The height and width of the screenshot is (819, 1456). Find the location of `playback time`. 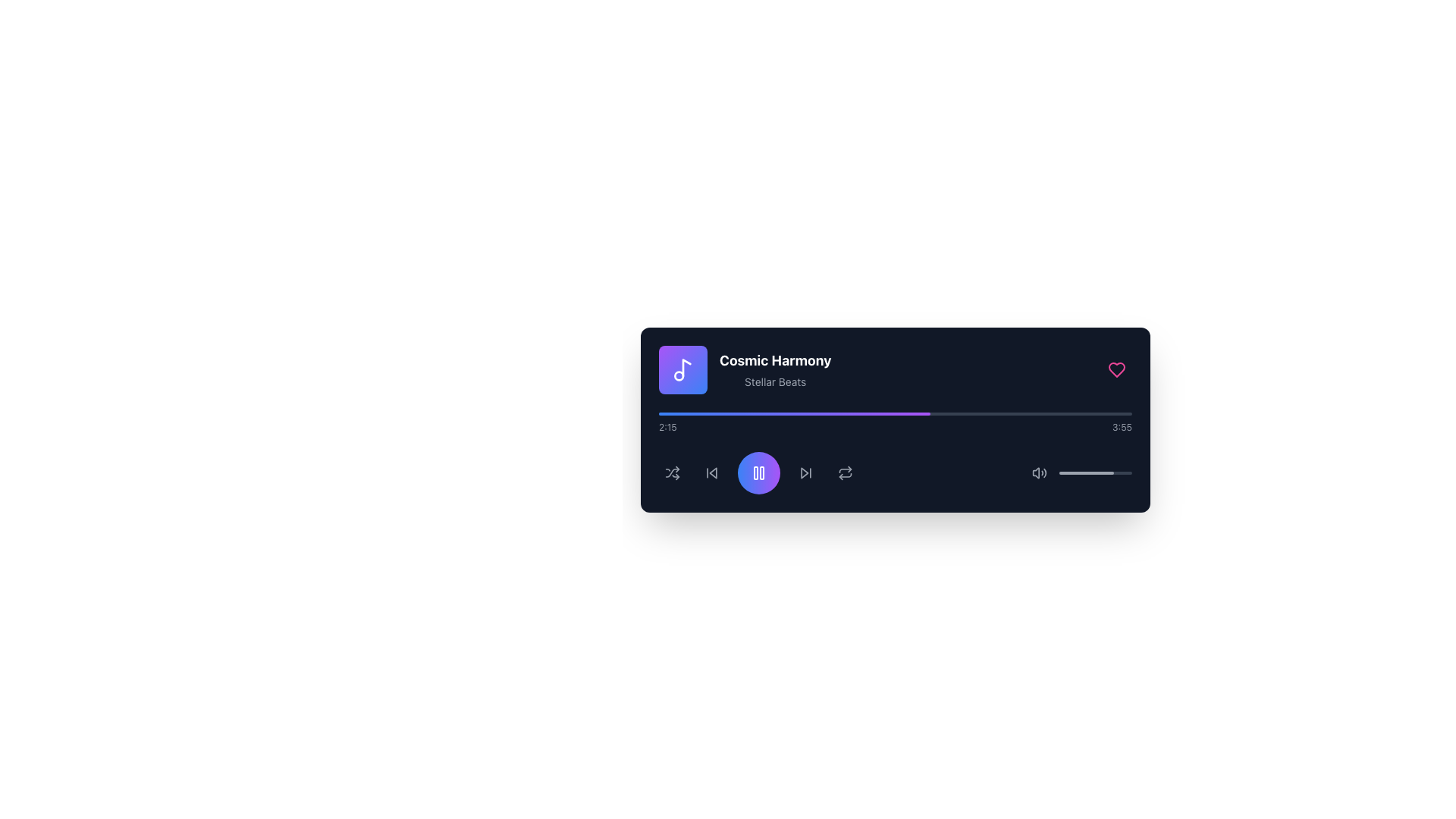

playback time is located at coordinates (663, 414).